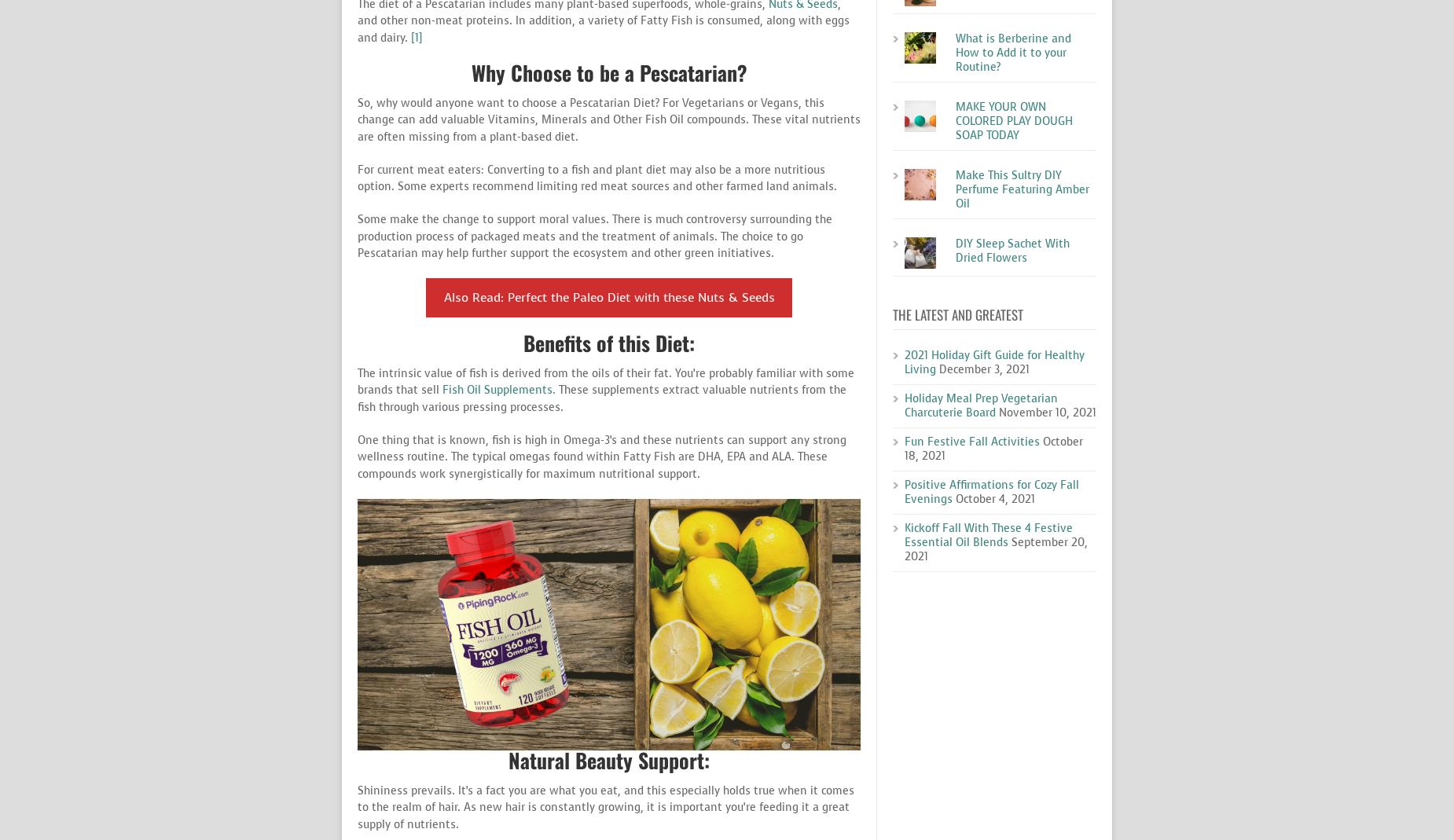 The image size is (1454, 840). What do you see at coordinates (608, 296) in the screenshot?
I see `'Also Read: Perfect the Paleo Diet with these Nuts & Seeds'` at bounding box center [608, 296].